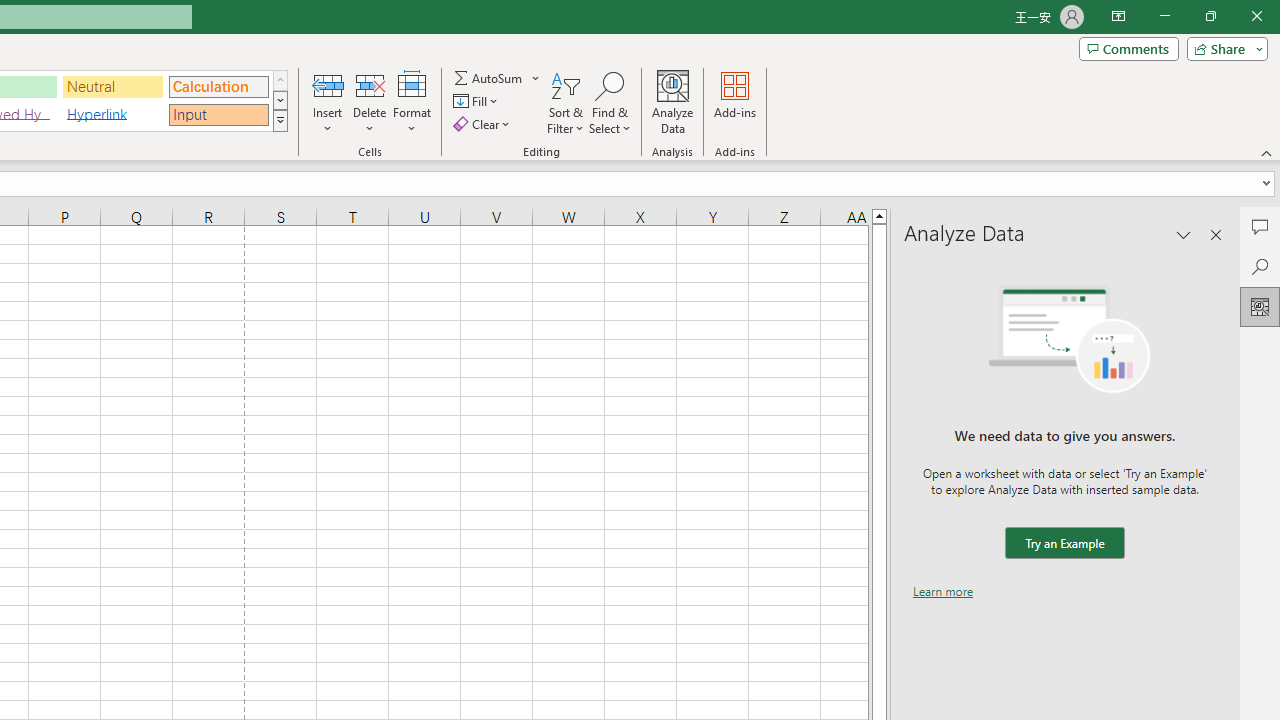  Describe the element at coordinates (942, 590) in the screenshot. I see `'Learn more'` at that location.